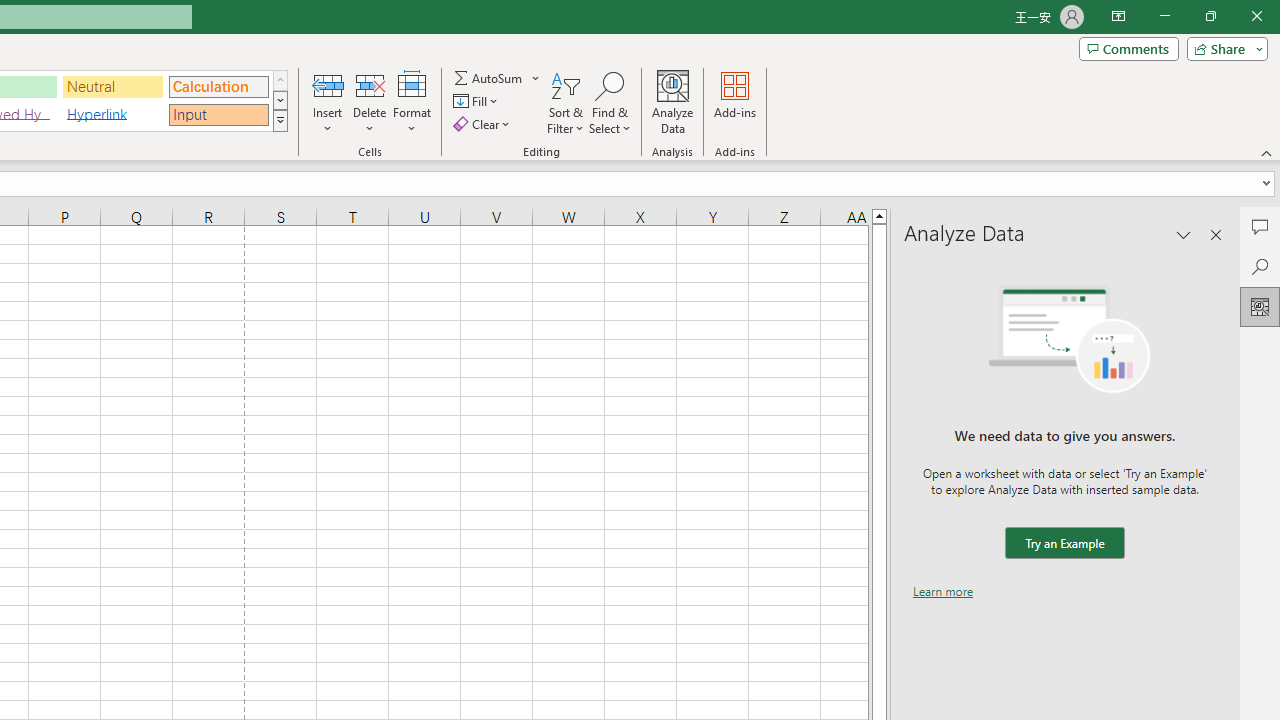  Describe the element at coordinates (942, 590) in the screenshot. I see `'Learn more'` at that location.